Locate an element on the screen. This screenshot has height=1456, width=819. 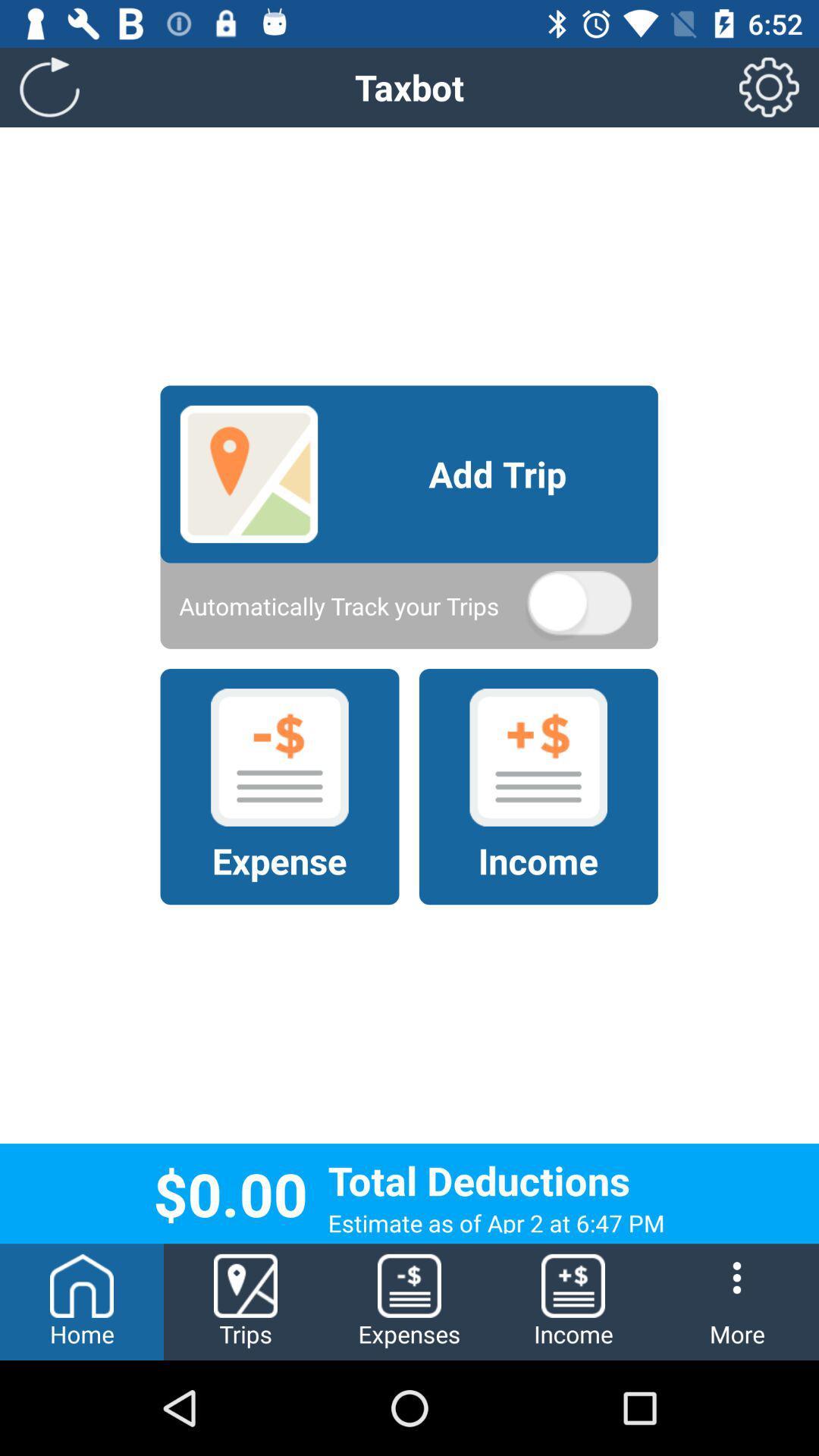
the item to the left of the income is located at coordinates (409, 1301).